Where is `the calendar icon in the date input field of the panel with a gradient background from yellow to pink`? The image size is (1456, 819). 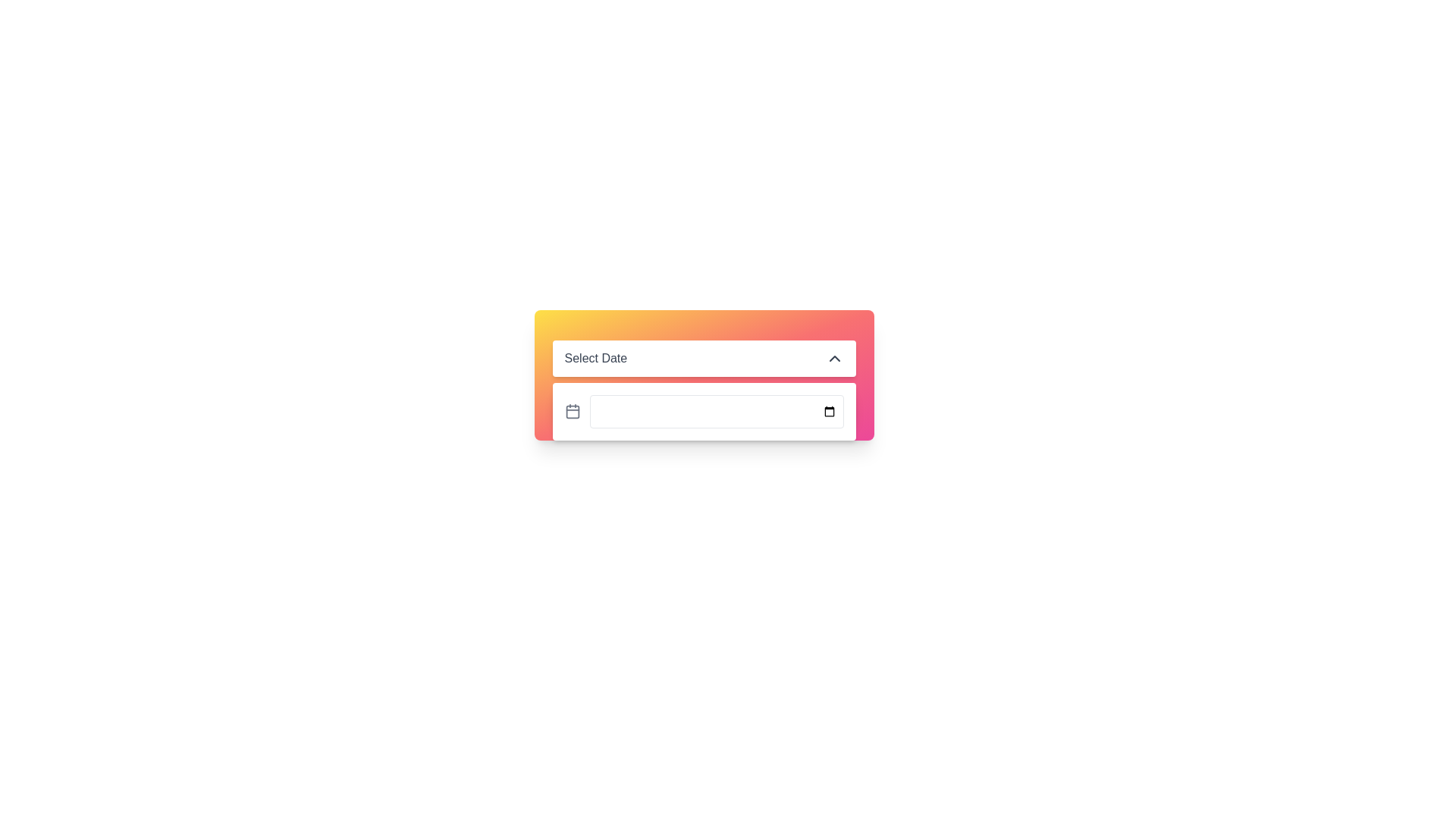
the calendar icon in the date input field of the panel with a gradient background from yellow to pink is located at coordinates (703, 375).